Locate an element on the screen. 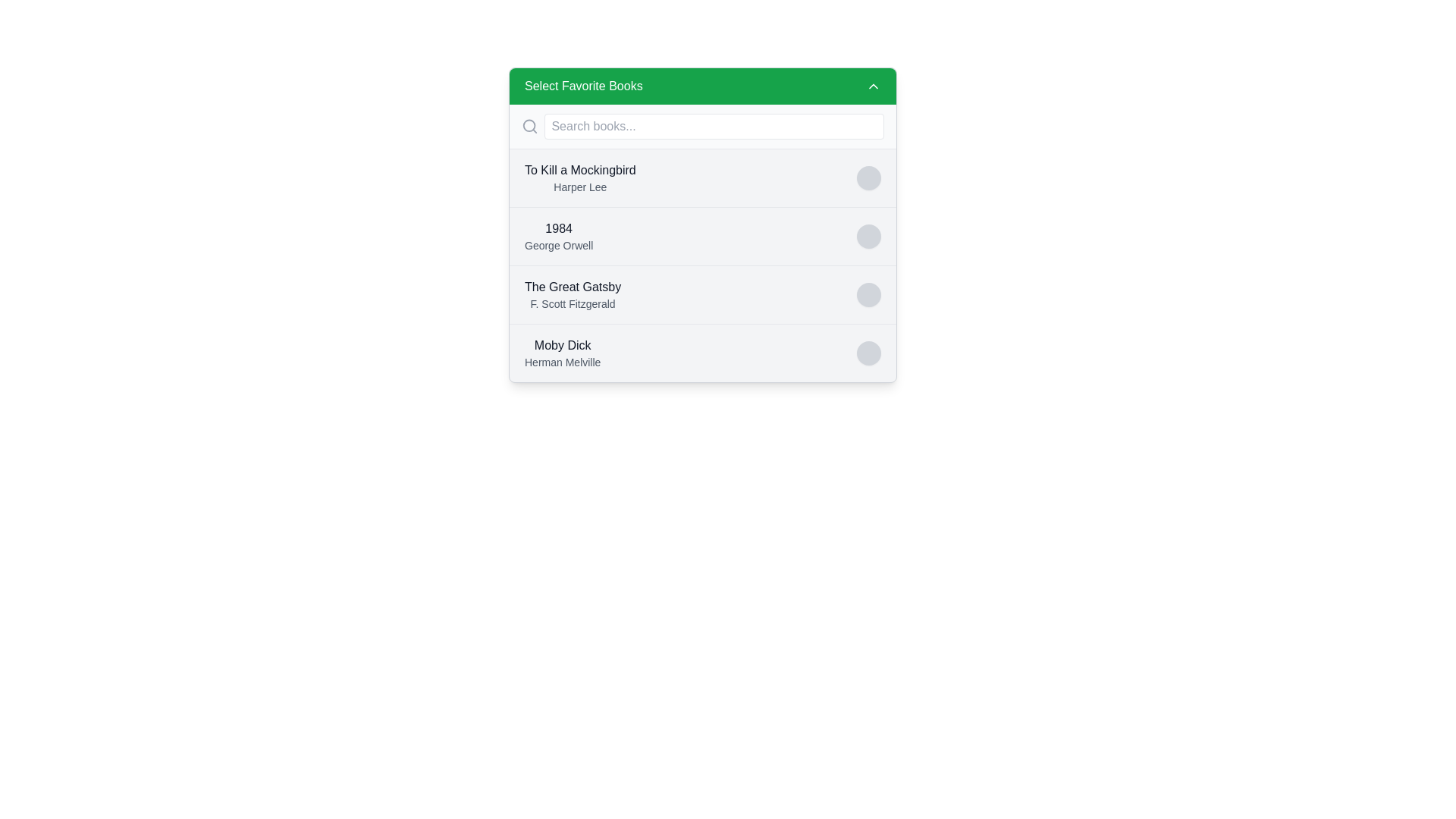 The image size is (1456, 819). displayed text of the book title 'To Kill a Mockingbird' which is located at the top of the list under the search bar is located at coordinates (579, 170).